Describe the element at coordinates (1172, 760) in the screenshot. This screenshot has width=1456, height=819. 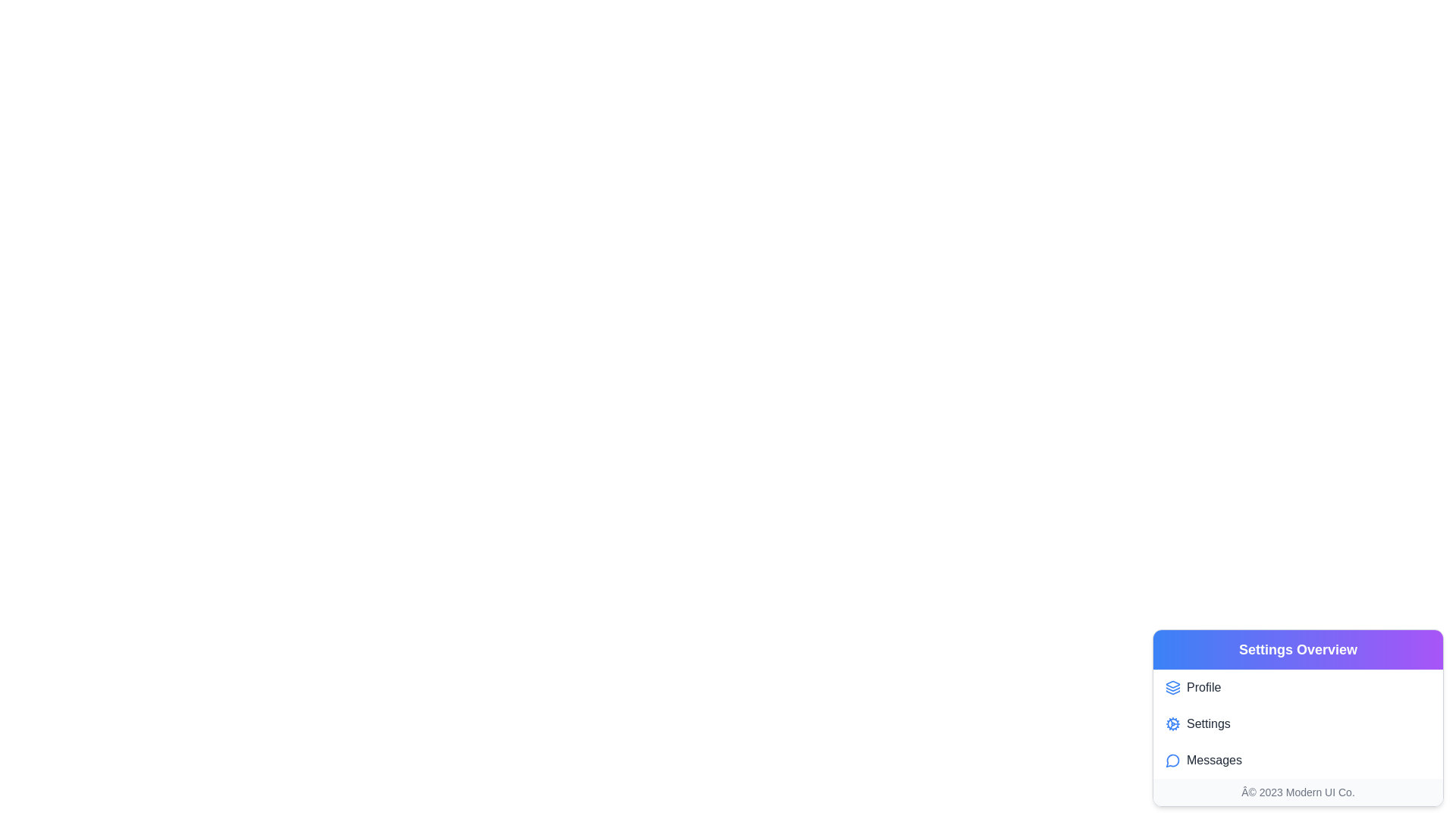
I see `the 'Messages' icon located in the vertical menu section next to the text label 'Messages'` at that location.